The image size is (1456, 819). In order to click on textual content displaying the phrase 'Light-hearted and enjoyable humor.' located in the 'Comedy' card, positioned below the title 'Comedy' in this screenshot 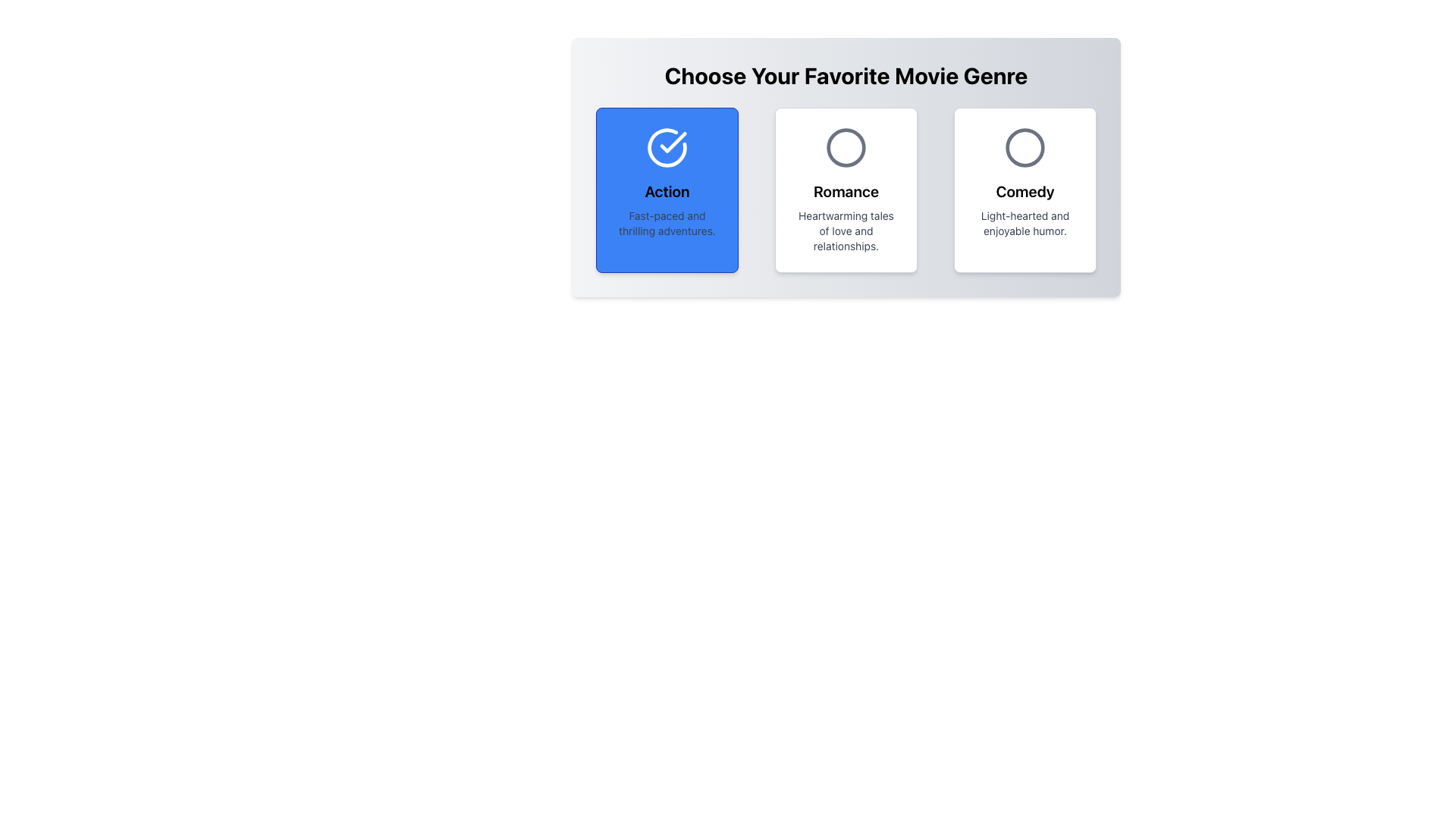, I will do `click(1025, 223)`.